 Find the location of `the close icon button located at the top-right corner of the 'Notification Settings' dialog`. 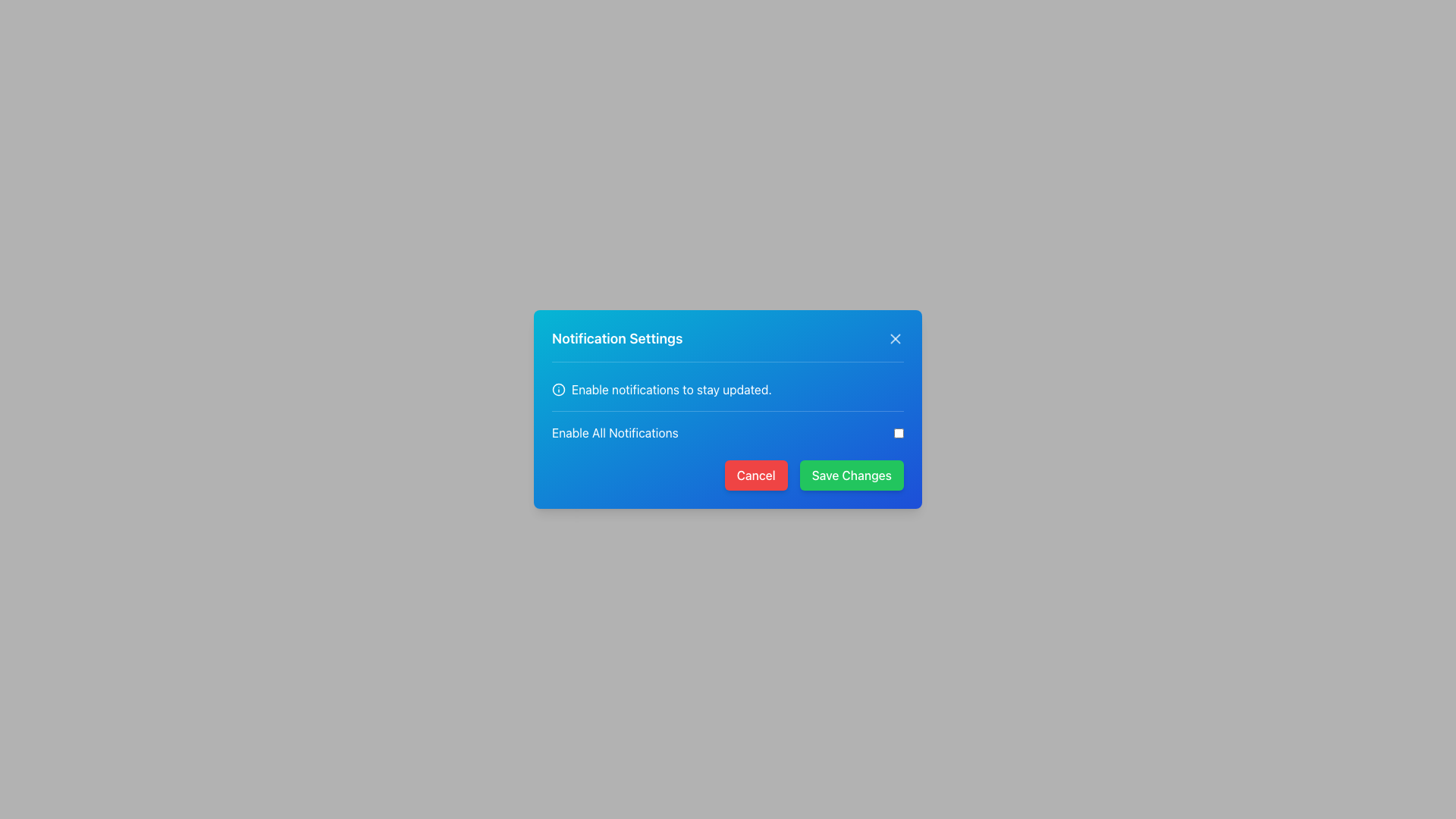

the close icon button located at the top-right corner of the 'Notification Settings' dialog is located at coordinates (895, 338).